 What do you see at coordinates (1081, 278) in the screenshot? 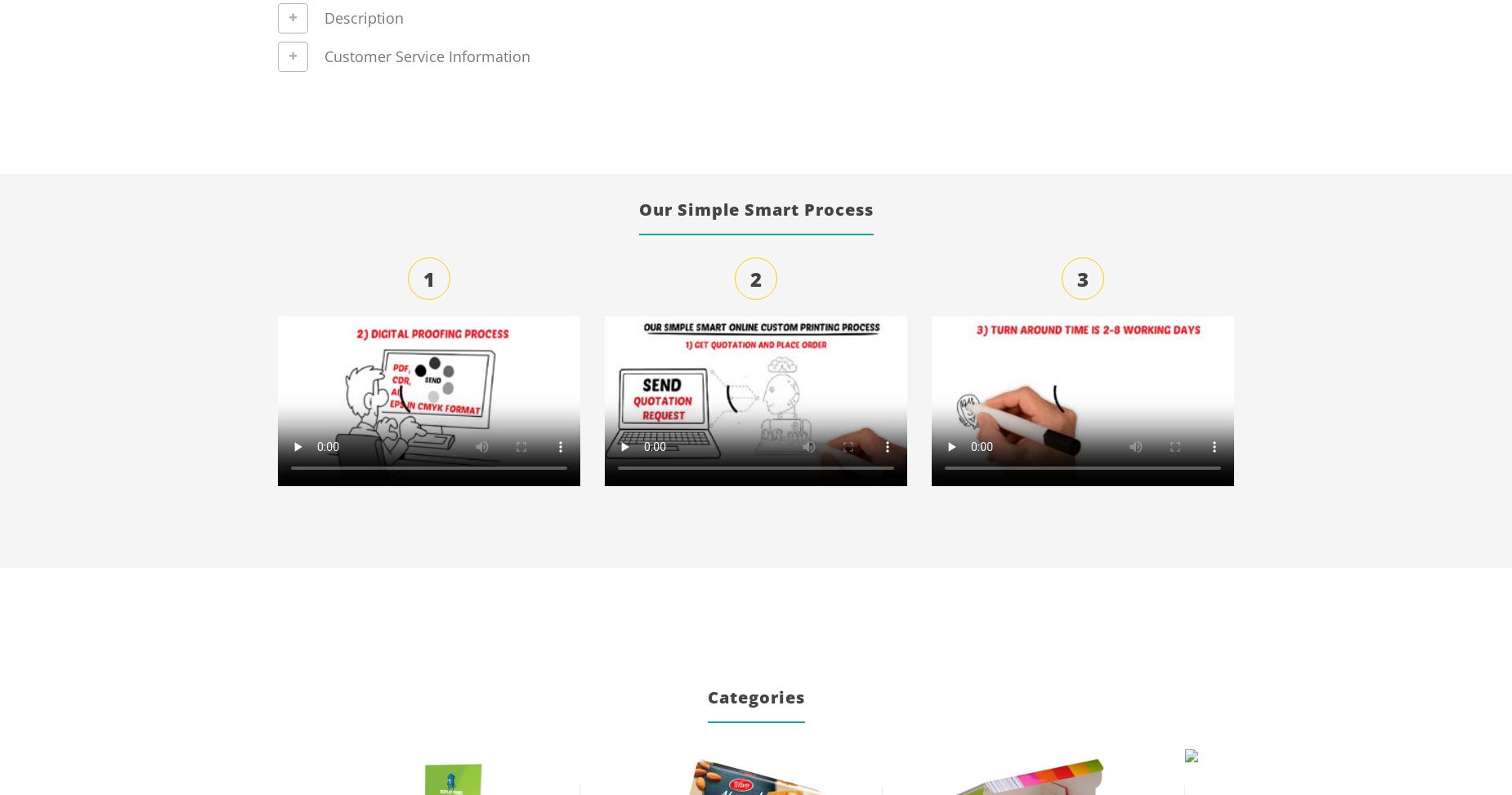
I see `'3'` at bounding box center [1081, 278].